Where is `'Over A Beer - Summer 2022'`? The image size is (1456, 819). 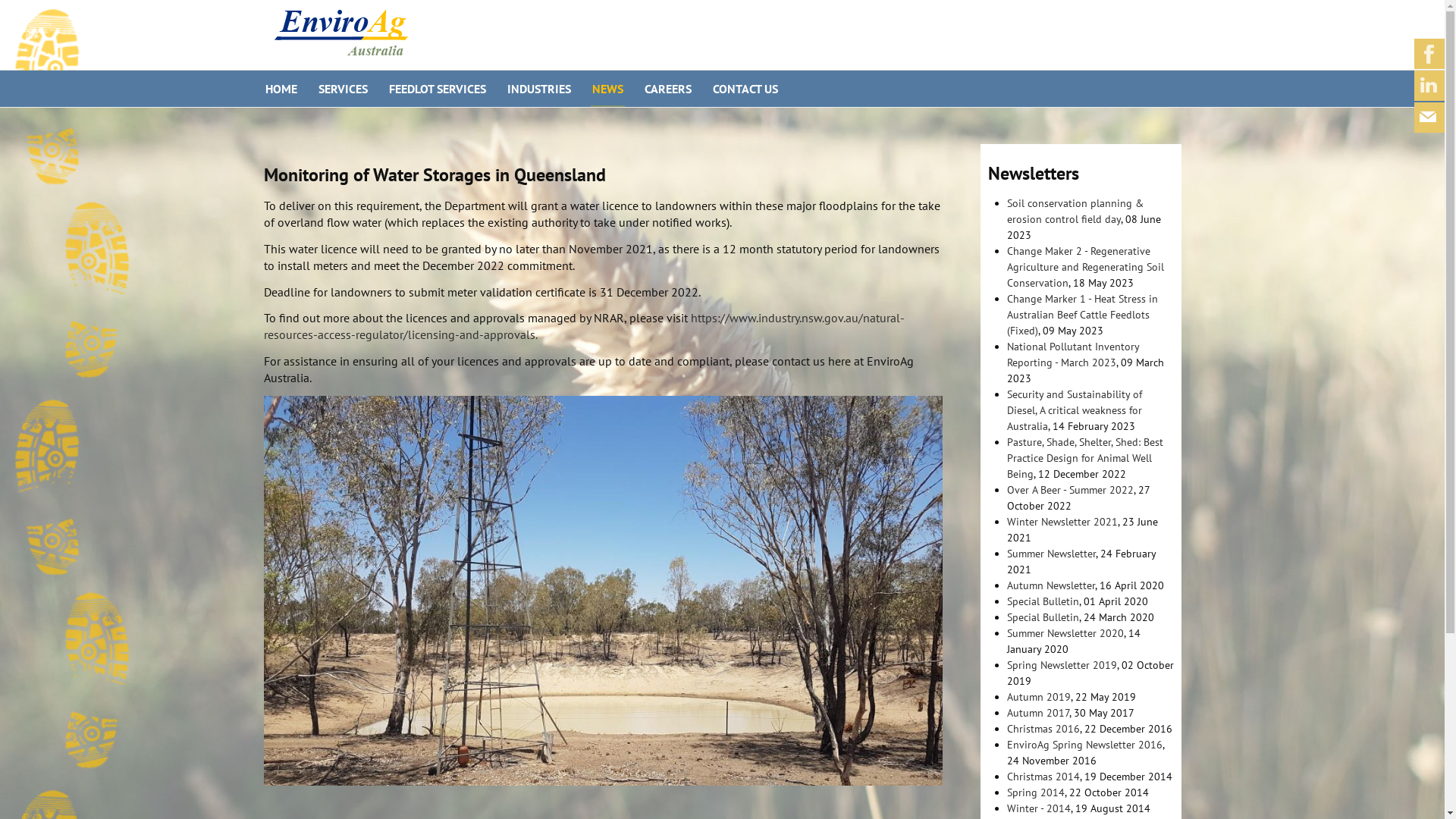 'Over A Beer - Summer 2022' is located at coordinates (1069, 489).